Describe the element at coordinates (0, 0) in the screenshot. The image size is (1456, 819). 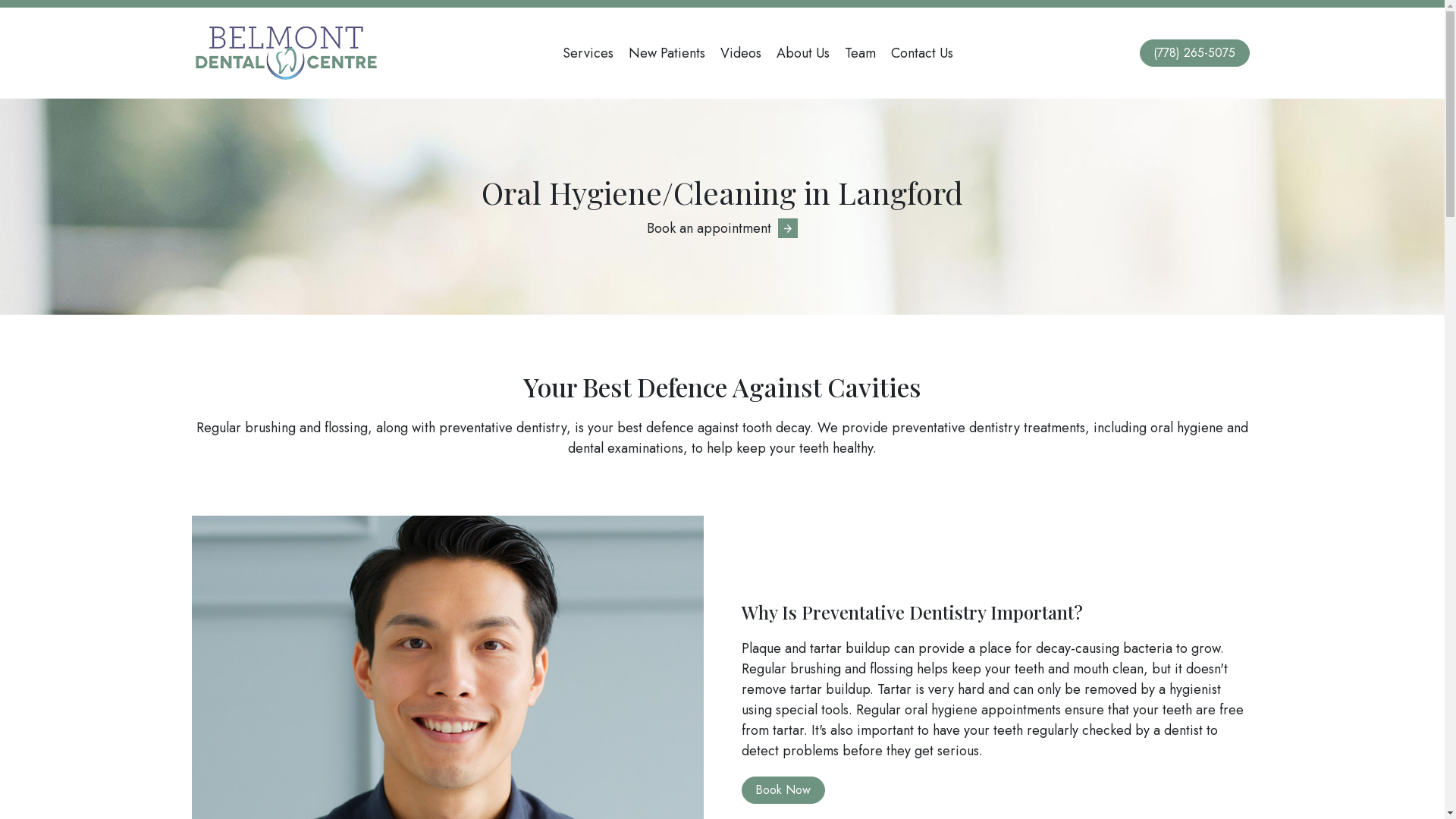
I see `'Skip to main content'` at that location.